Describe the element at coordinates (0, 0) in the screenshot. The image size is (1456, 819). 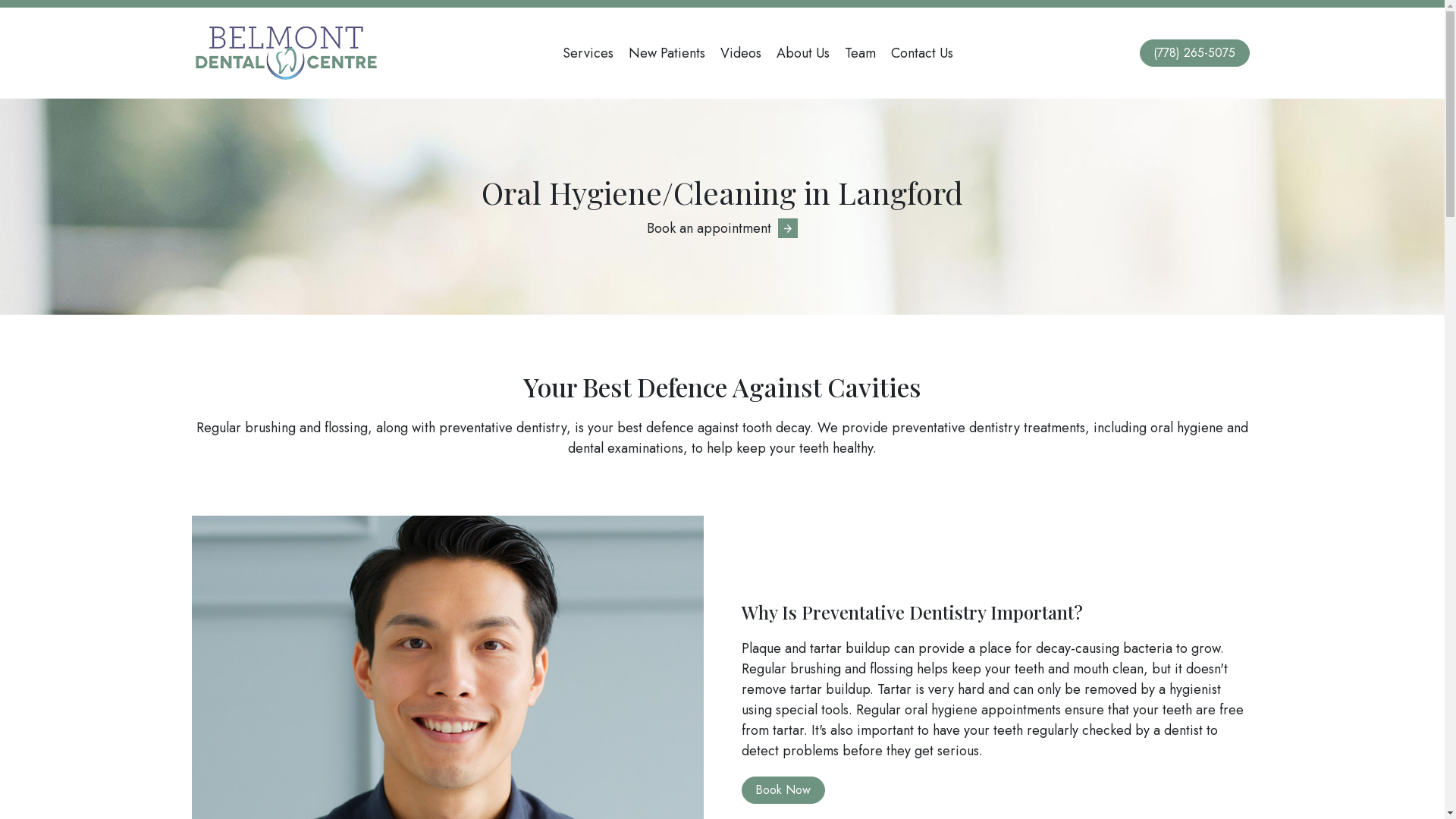
I see `'Skip to main content'` at that location.